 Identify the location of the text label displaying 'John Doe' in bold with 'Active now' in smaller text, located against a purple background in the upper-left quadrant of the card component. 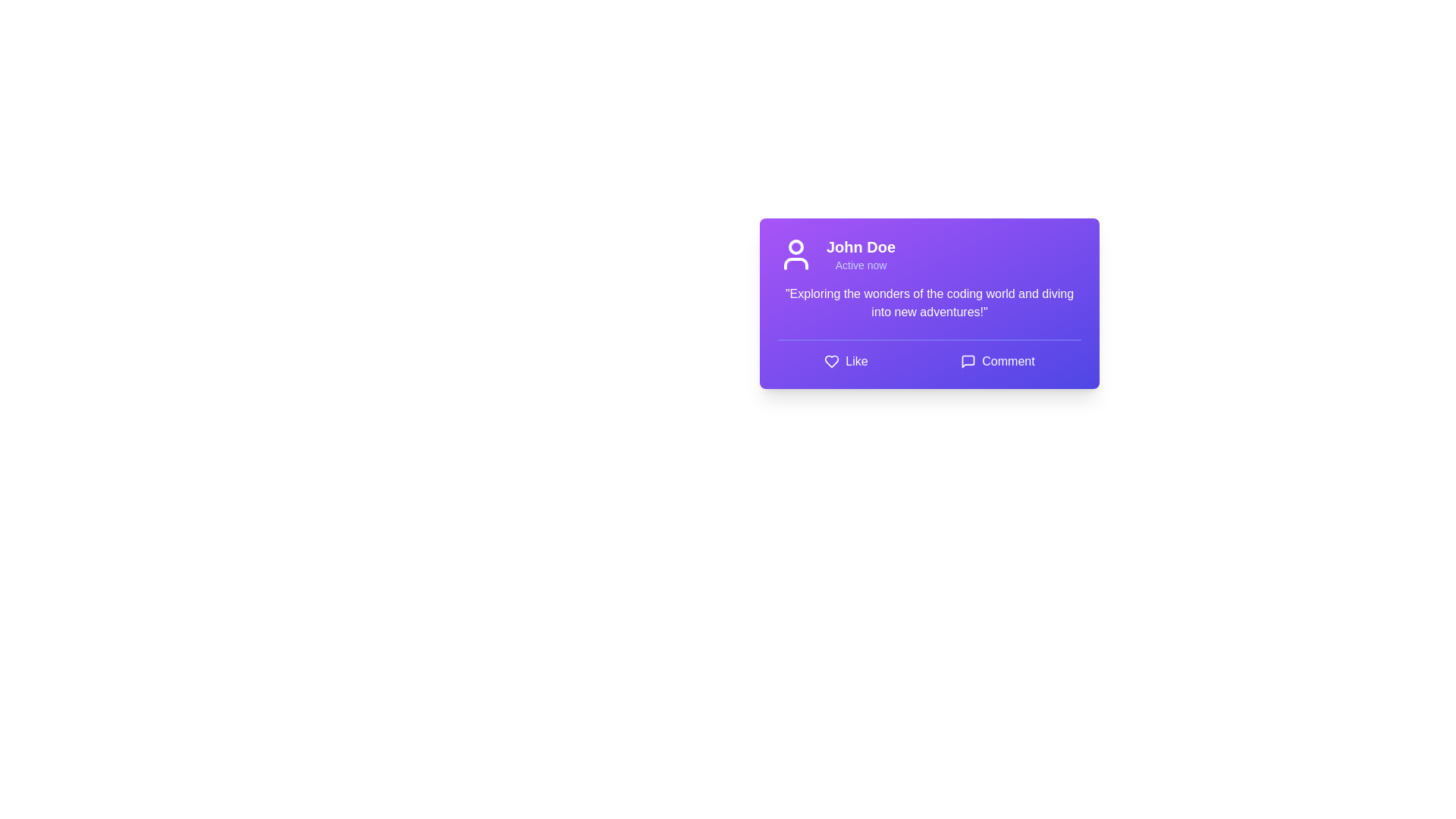
(861, 253).